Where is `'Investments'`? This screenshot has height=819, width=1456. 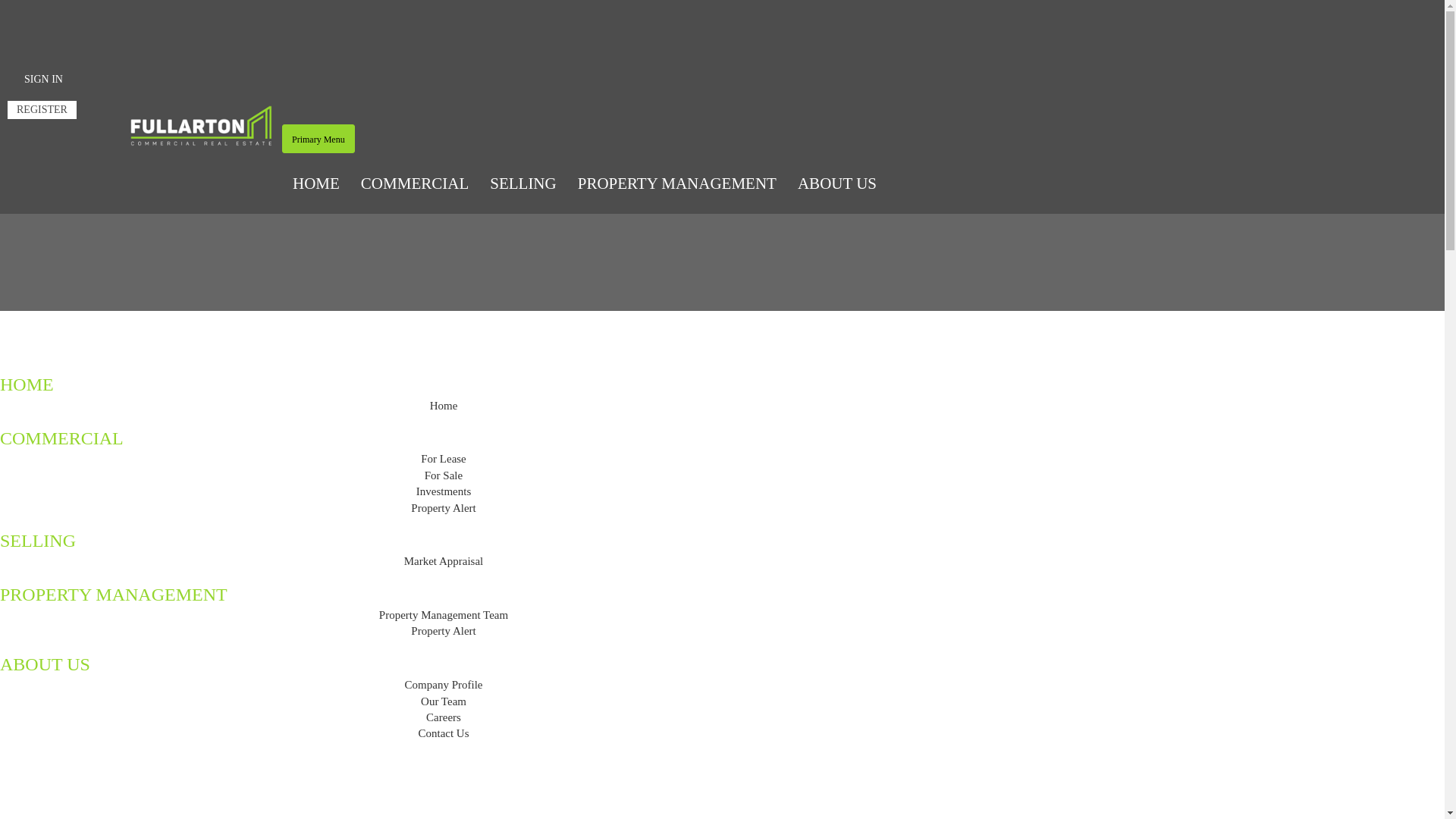 'Investments' is located at coordinates (443, 491).